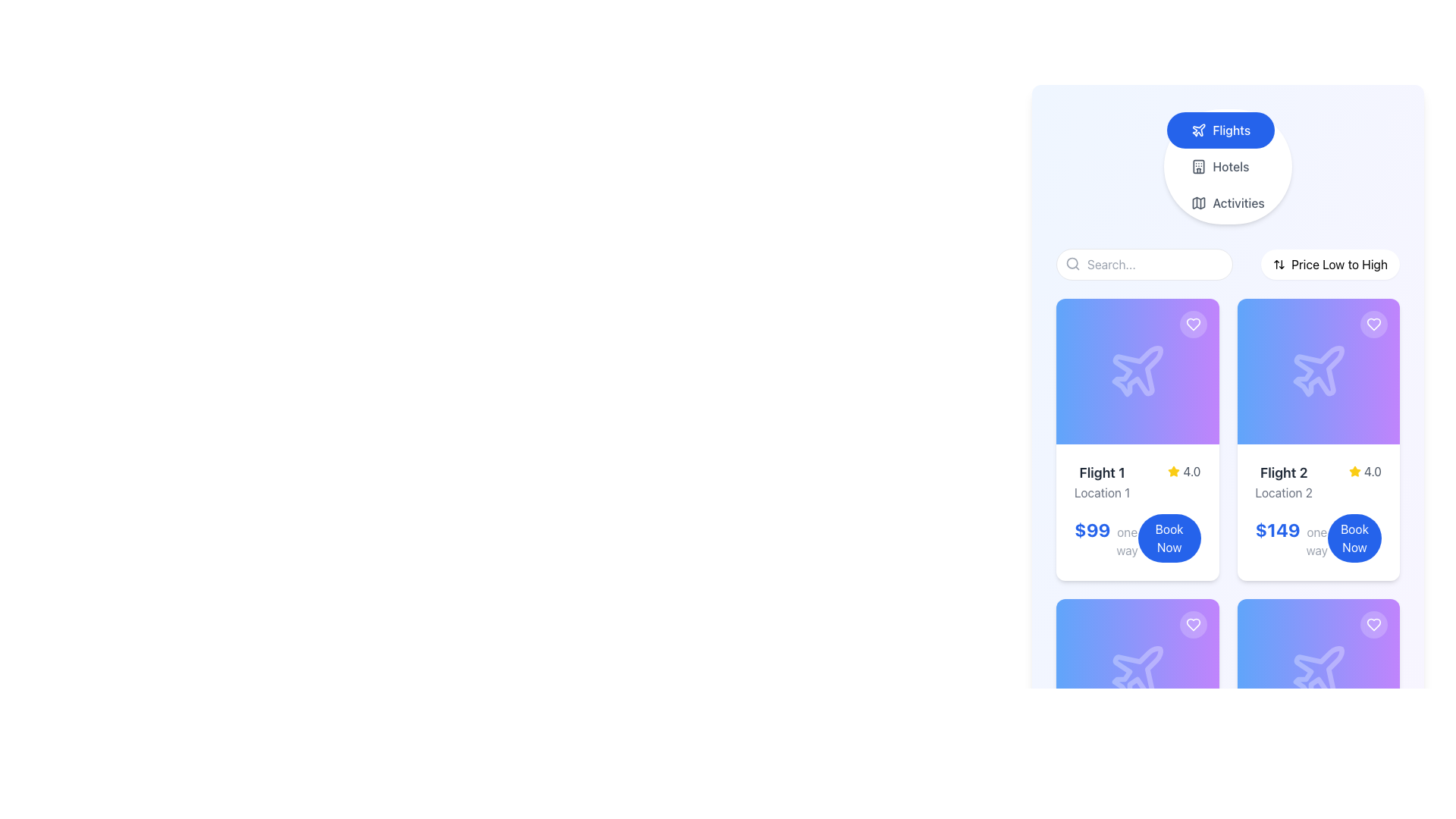 This screenshot has height=819, width=1456. Describe the element at coordinates (1318, 371) in the screenshot. I see `the airplane outline icon located in the 'Flight 2' card, which is adjacent to the 'Book Now' button and the text 'Flight 2'` at that location.